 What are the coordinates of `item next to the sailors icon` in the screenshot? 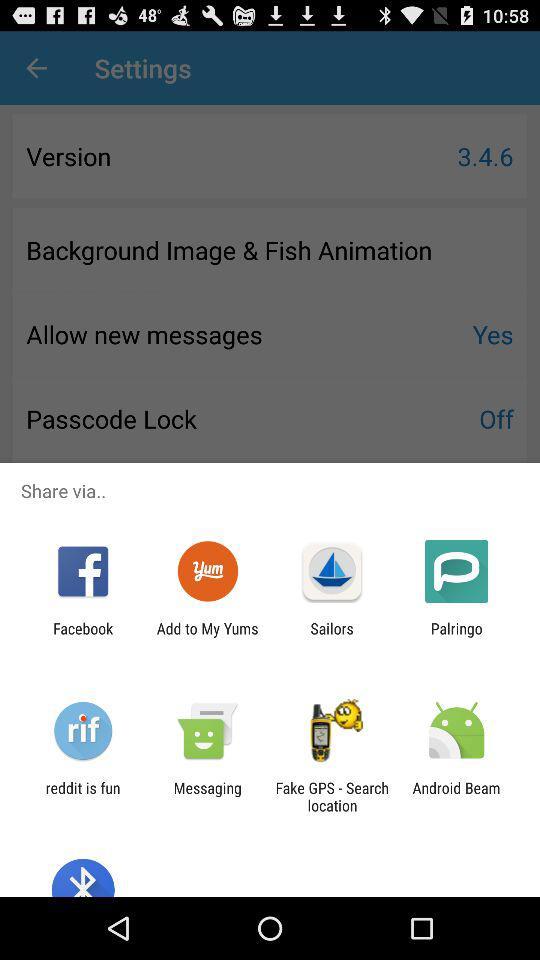 It's located at (206, 636).